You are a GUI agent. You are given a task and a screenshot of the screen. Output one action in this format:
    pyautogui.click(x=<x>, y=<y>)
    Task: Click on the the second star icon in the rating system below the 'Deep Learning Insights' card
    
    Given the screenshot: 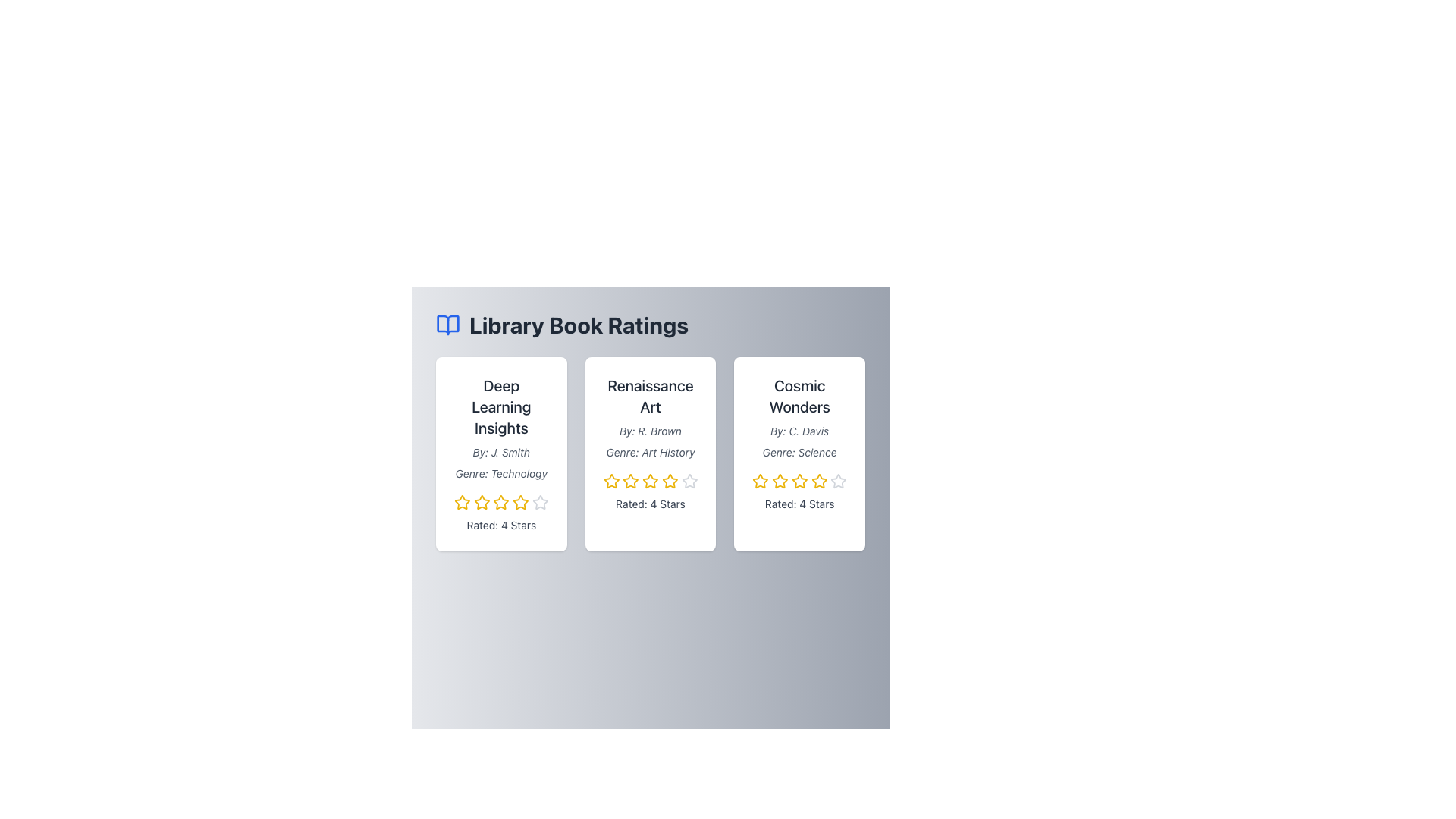 What is the action you would take?
    pyautogui.click(x=481, y=502)
    